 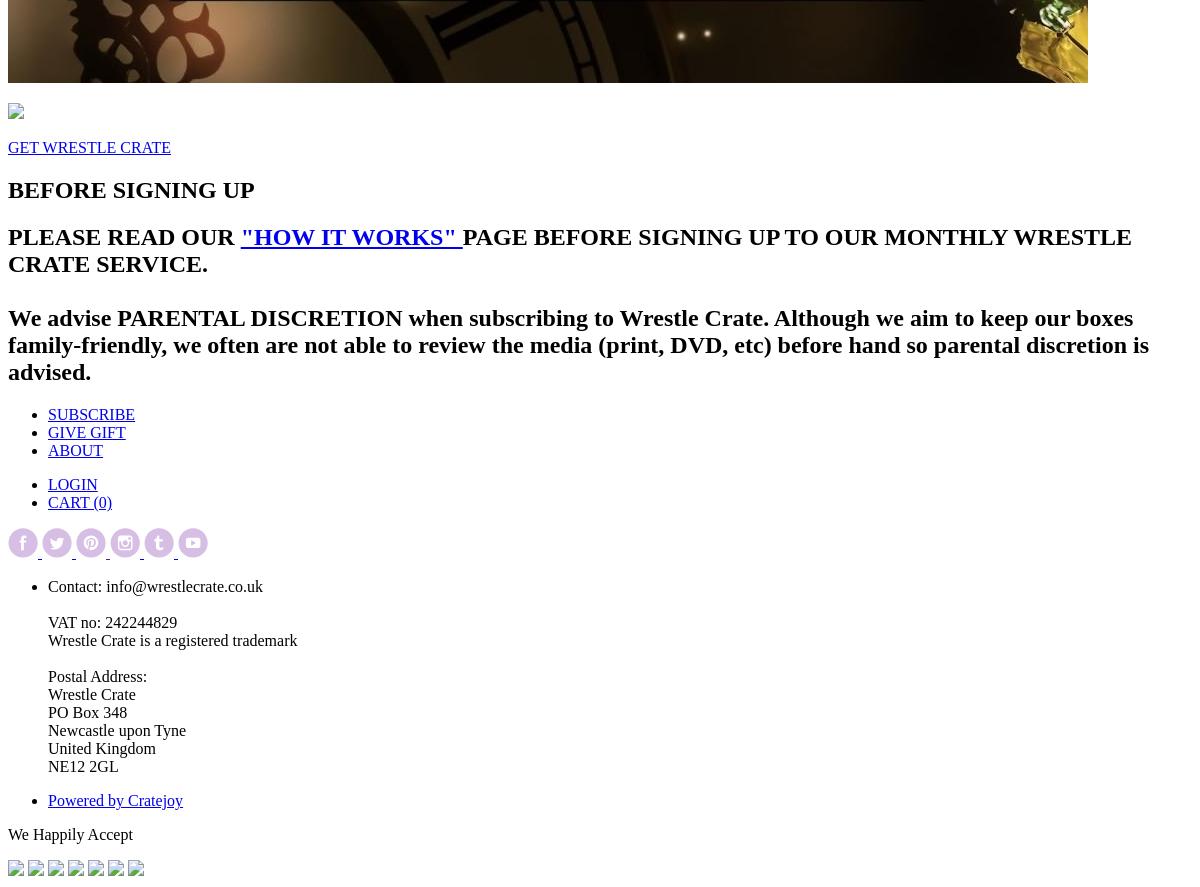 I want to click on 'BEFORE SIGNING UP', so click(x=131, y=188).